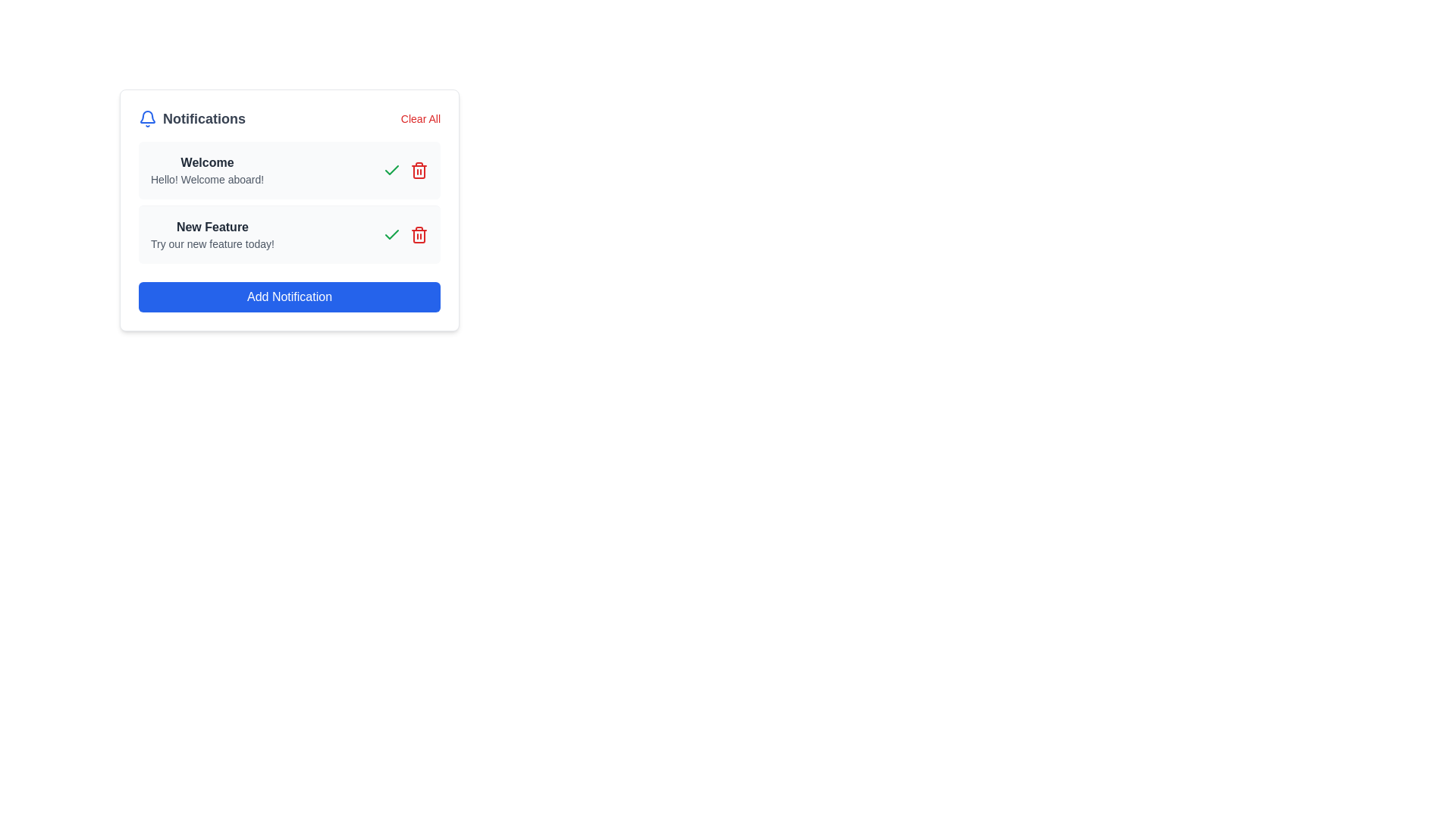 The height and width of the screenshot is (819, 1456). I want to click on the static text element that provides additional greeting or information under the primary heading 'Welcome', so click(206, 178).